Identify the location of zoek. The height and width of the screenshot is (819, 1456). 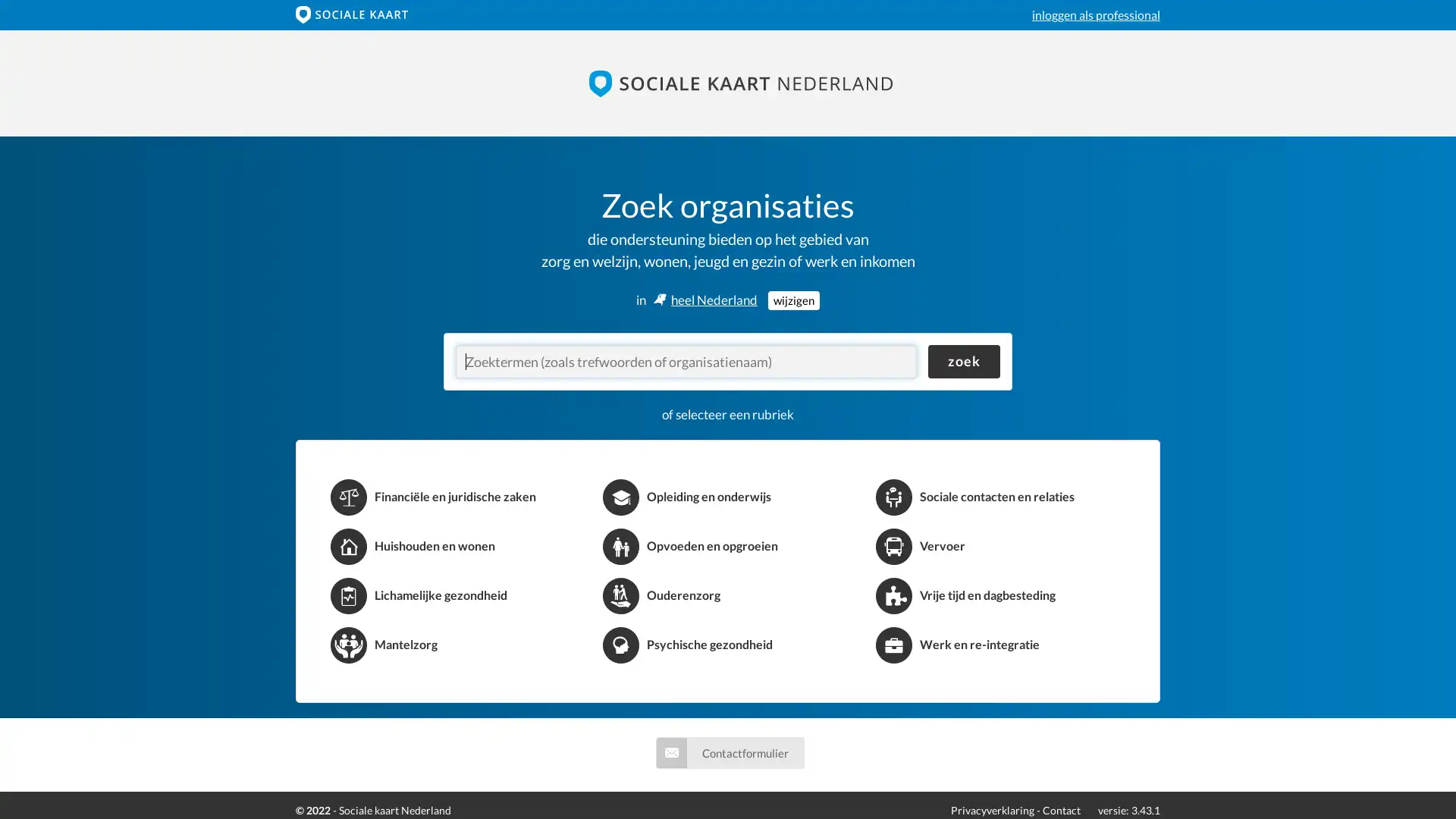
(963, 362).